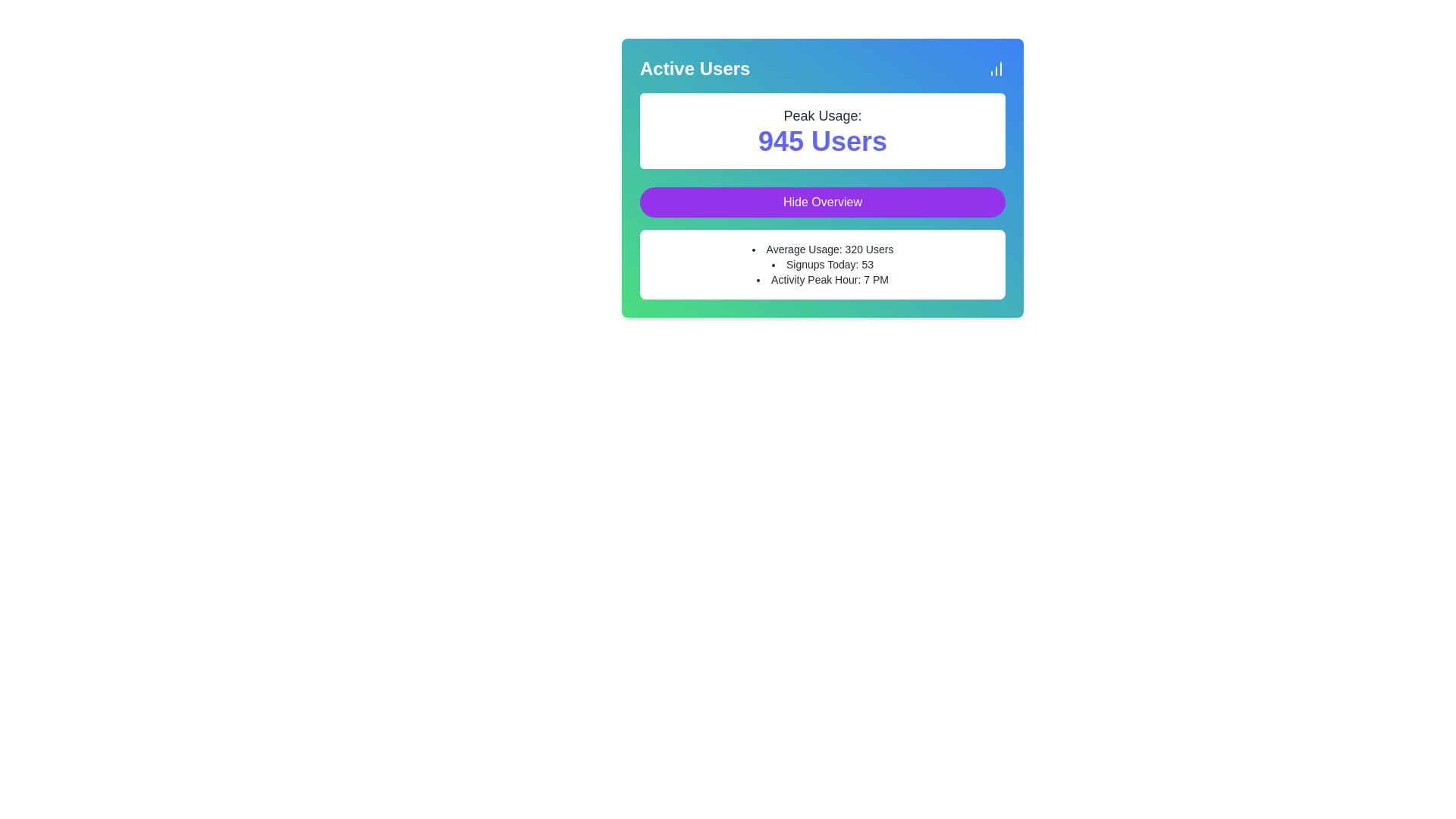 Image resolution: width=1456 pixels, height=819 pixels. What do you see at coordinates (821, 263) in the screenshot?
I see `text content of the bulleted list containing 'Average Usage: 320 Users', 'Signups Today: 53', and 'Activity Peak Hour: 7 PM', which is located below the 'Hide Overview' button` at bounding box center [821, 263].